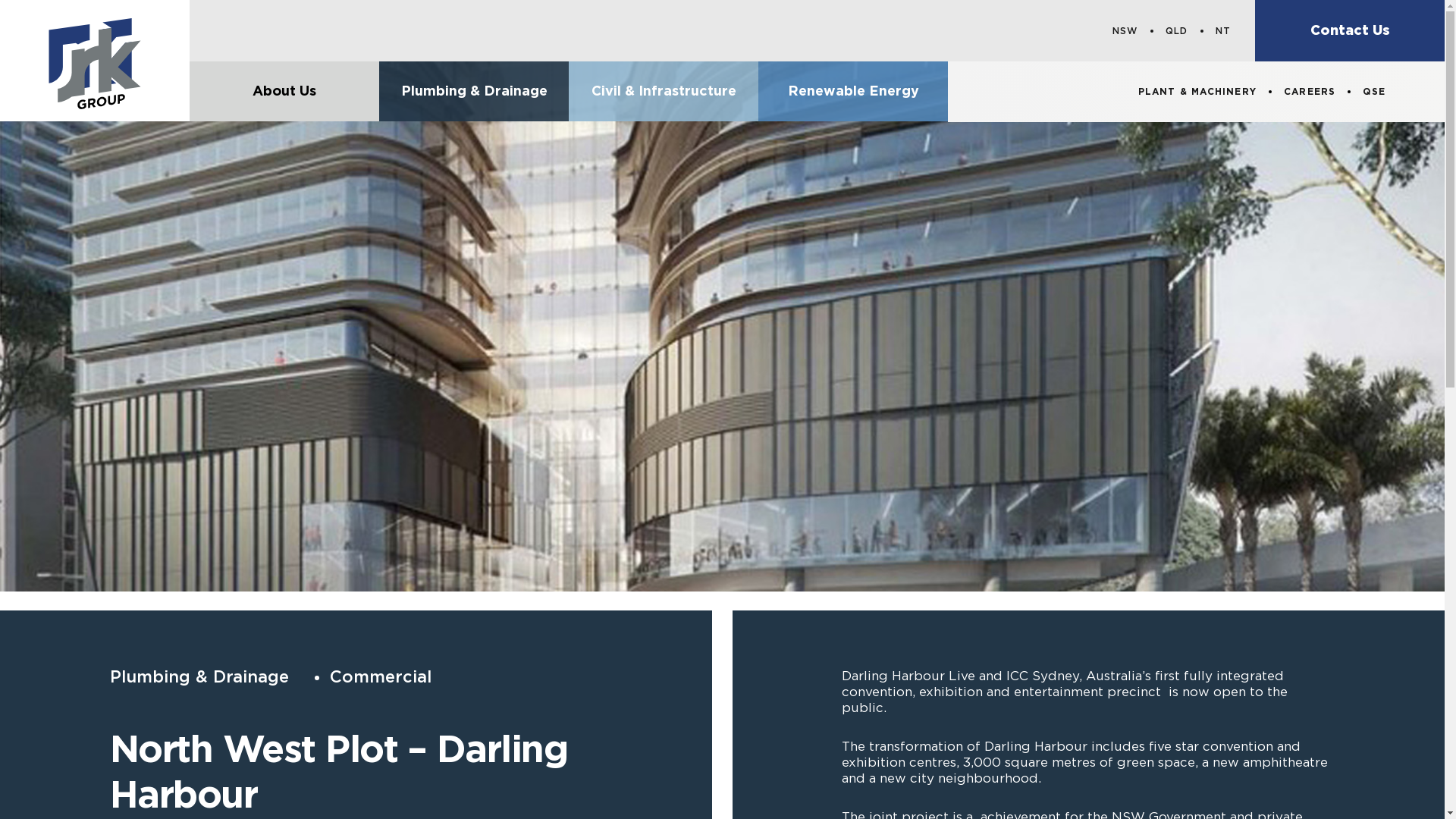 This screenshot has height=819, width=1456. What do you see at coordinates (1112, 31) in the screenshot?
I see `'NSW'` at bounding box center [1112, 31].